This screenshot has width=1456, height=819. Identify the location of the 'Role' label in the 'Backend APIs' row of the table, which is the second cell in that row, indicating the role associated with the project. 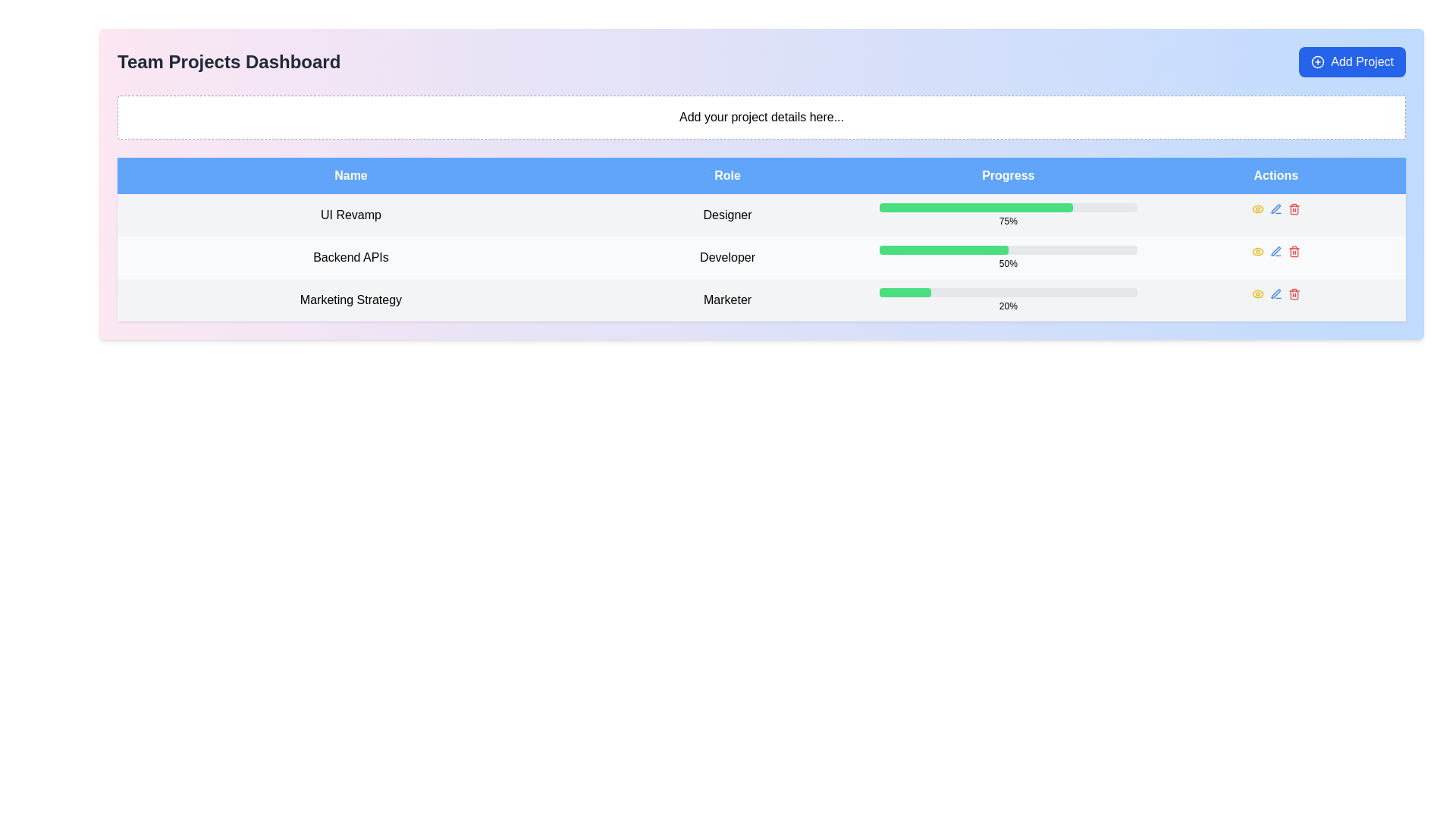
(726, 256).